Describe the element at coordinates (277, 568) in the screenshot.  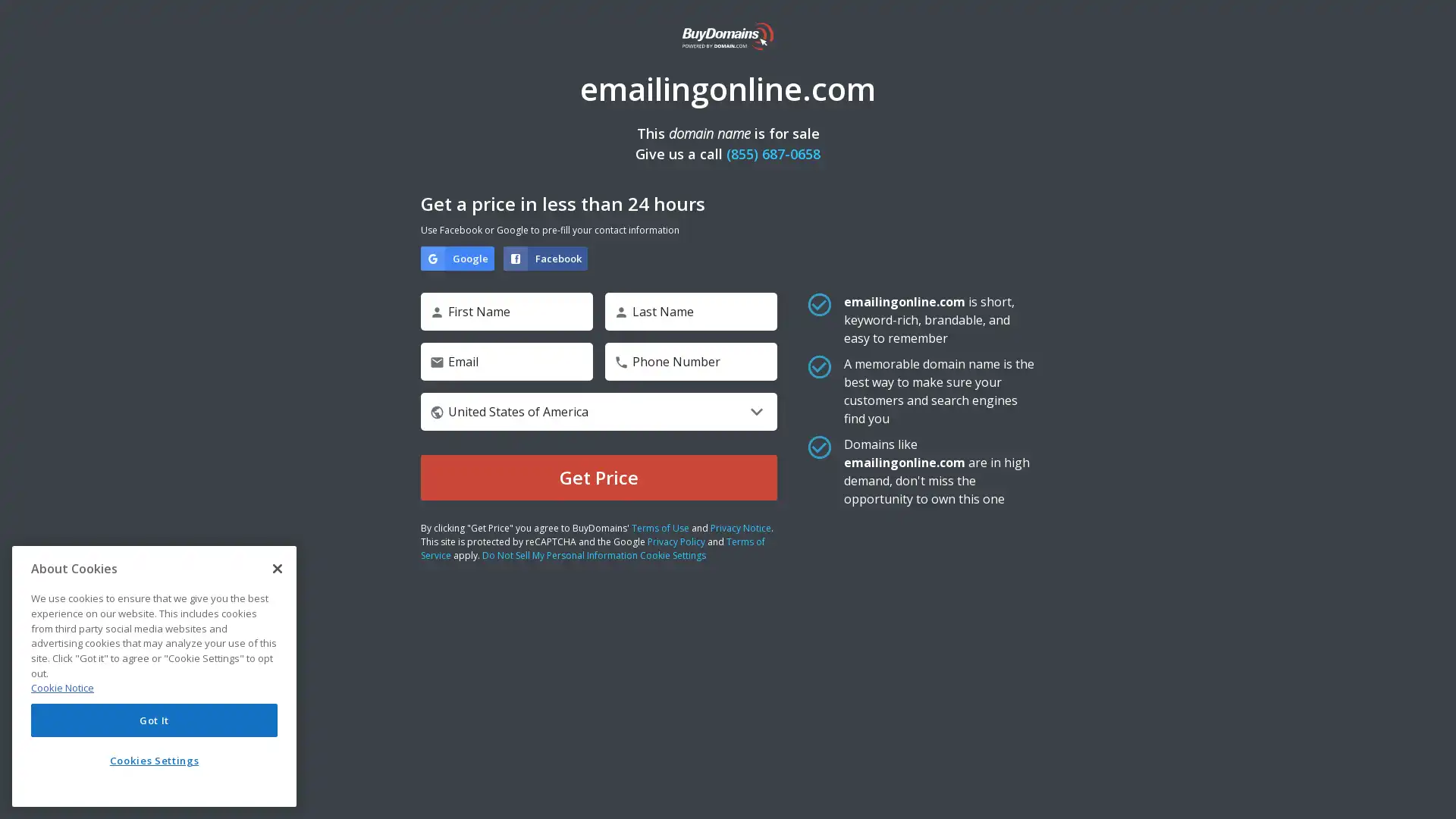
I see `Close` at that location.